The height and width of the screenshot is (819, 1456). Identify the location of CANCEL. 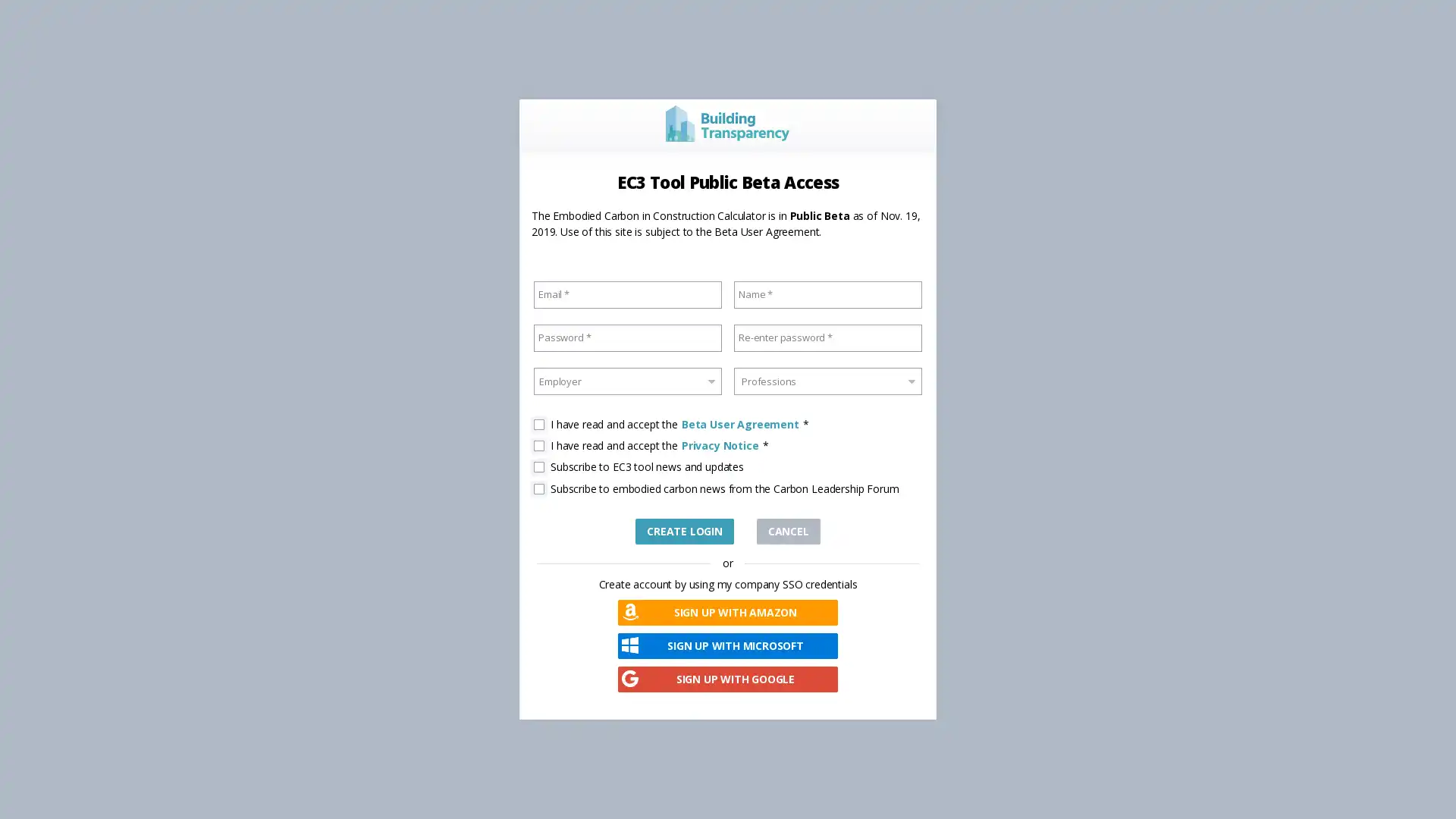
(787, 529).